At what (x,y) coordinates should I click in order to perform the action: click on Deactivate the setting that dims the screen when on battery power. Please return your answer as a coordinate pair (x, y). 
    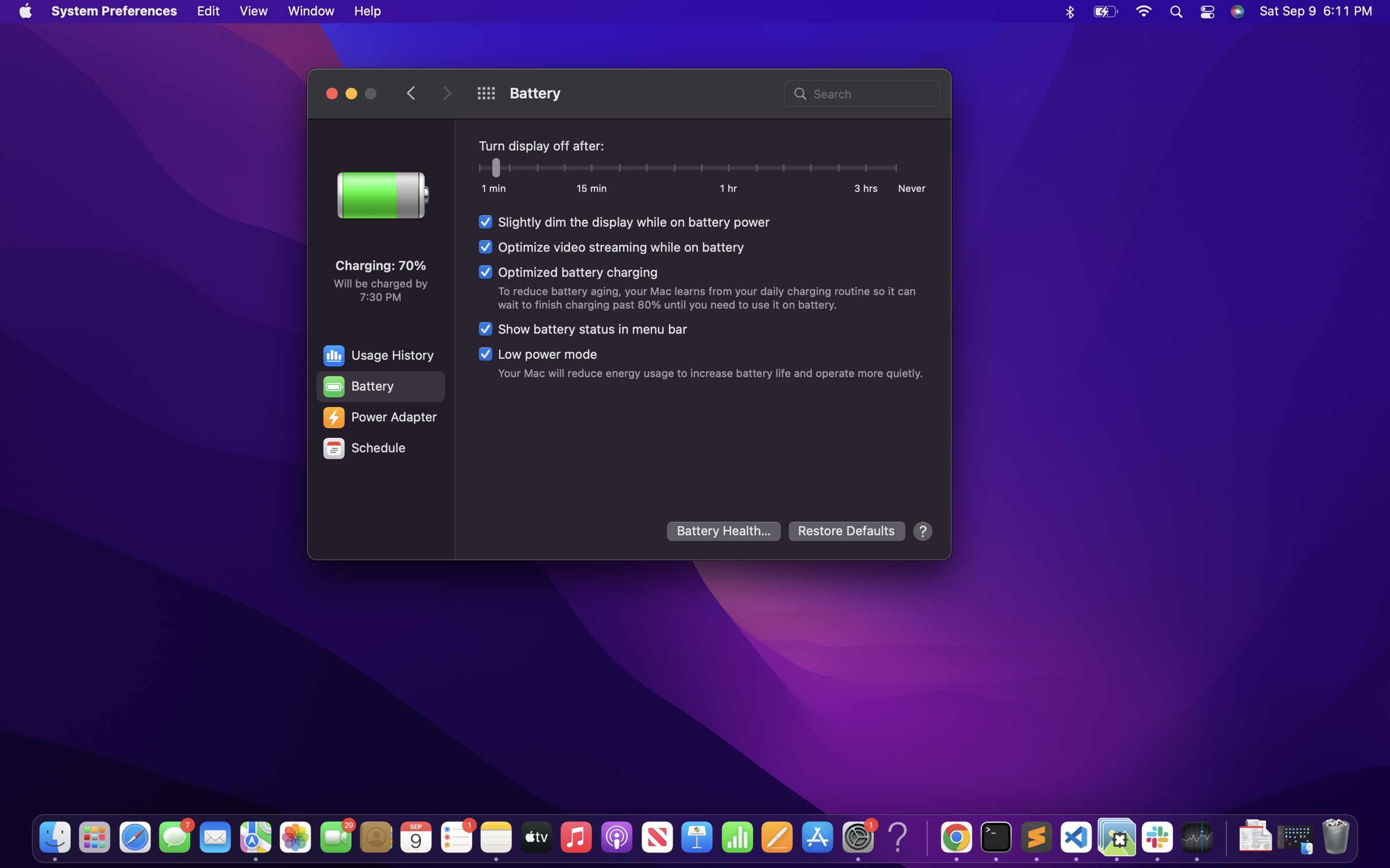
    Looking at the image, I should click on (624, 222).